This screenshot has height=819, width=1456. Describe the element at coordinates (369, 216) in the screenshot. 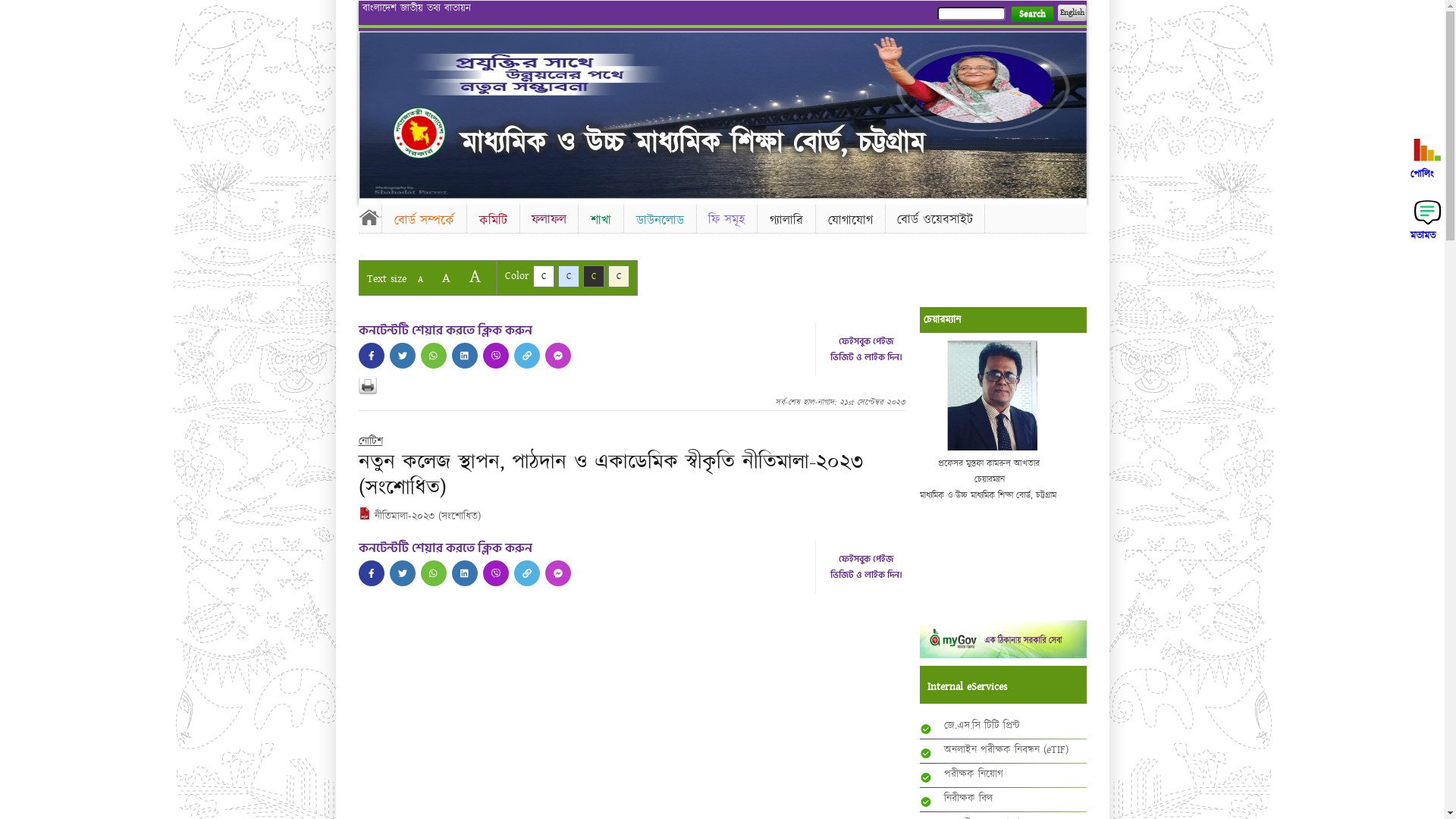

I see `'Home'` at that location.